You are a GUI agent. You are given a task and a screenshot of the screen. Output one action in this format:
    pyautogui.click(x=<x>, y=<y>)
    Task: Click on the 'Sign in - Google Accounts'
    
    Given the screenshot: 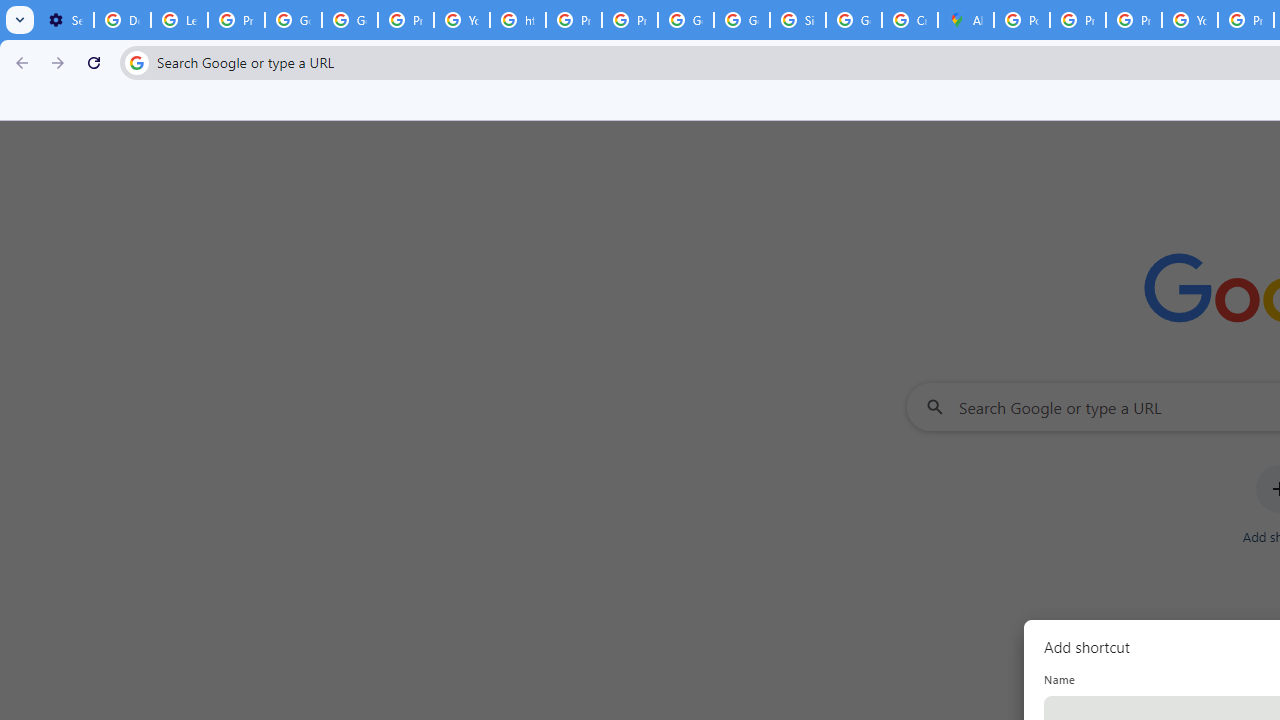 What is the action you would take?
    pyautogui.click(x=797, y=20)
    